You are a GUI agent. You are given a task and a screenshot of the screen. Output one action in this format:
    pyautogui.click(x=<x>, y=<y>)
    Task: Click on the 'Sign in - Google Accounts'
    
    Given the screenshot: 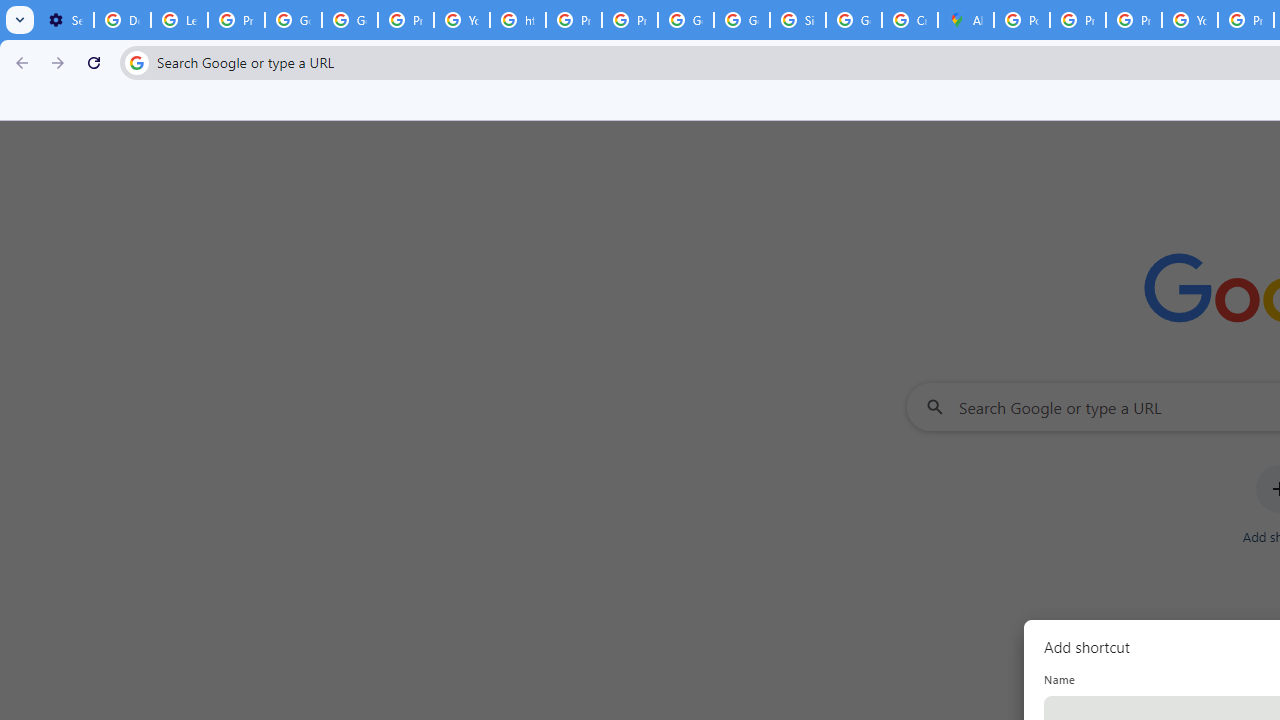 What is the action you would take?
    pyautogui.click(x=797, y=20)
    